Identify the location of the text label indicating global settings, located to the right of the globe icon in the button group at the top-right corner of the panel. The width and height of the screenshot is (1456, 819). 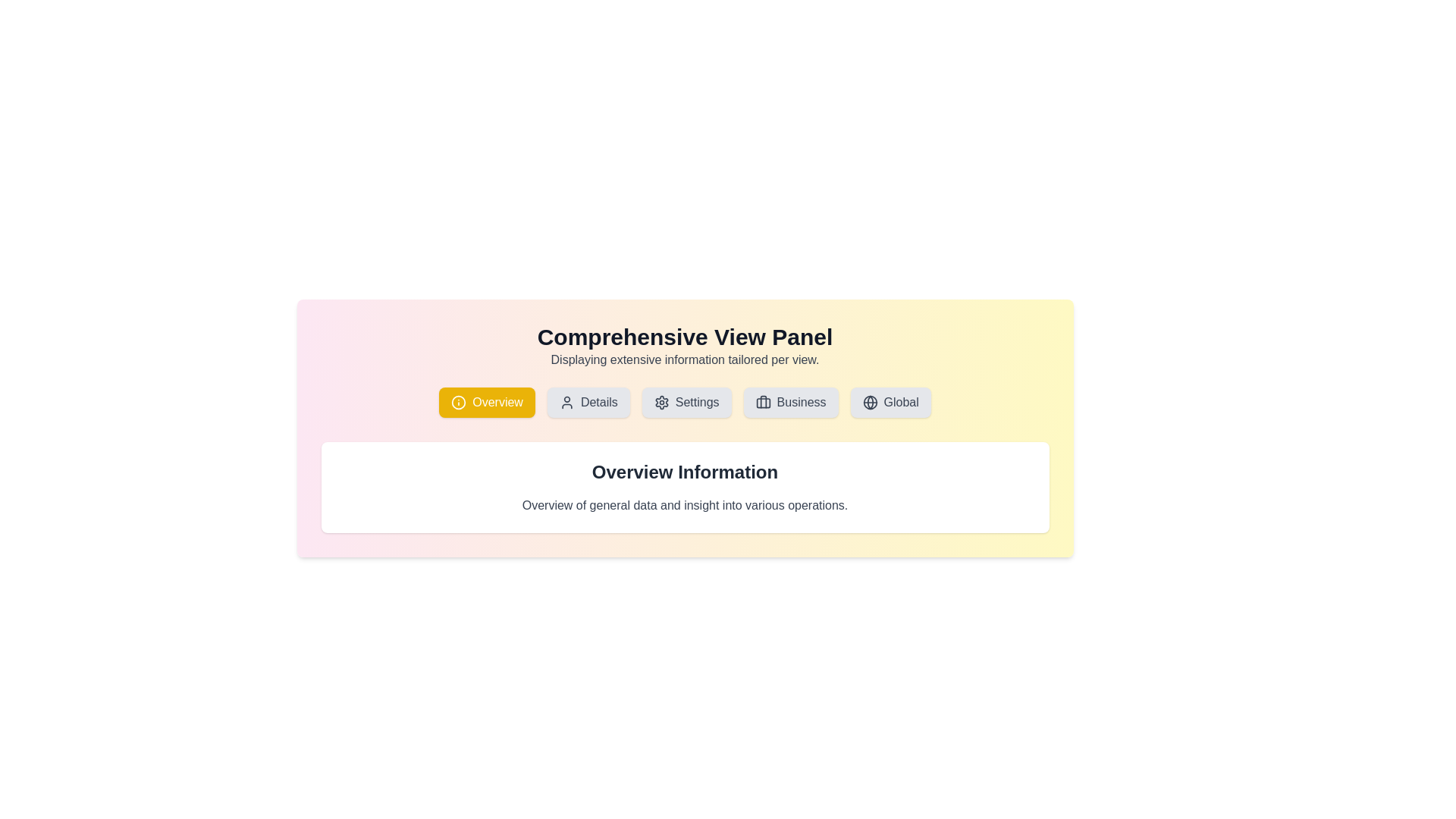
(901, 402).